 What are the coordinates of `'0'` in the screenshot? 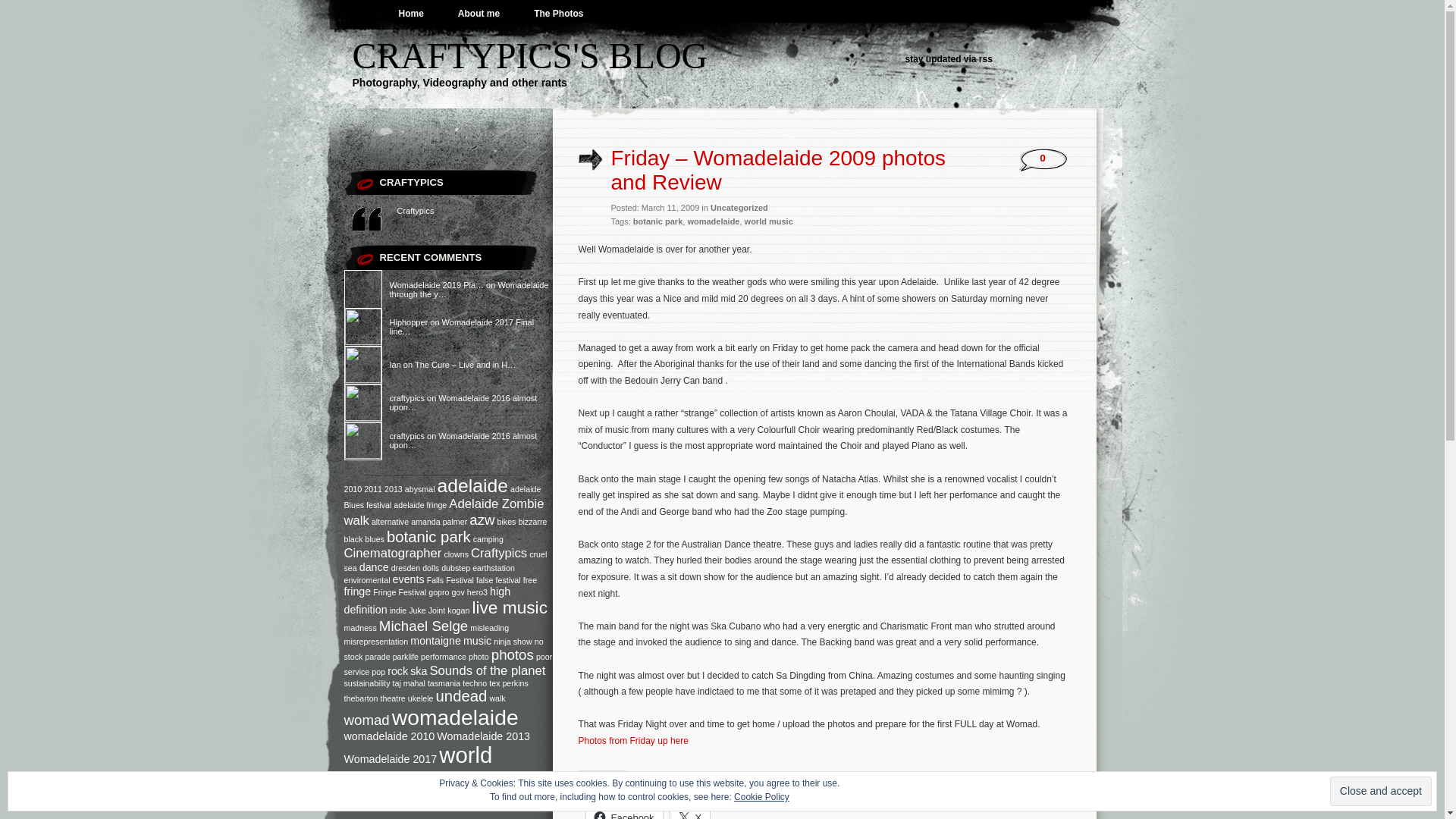 It's located at (1041, 158).